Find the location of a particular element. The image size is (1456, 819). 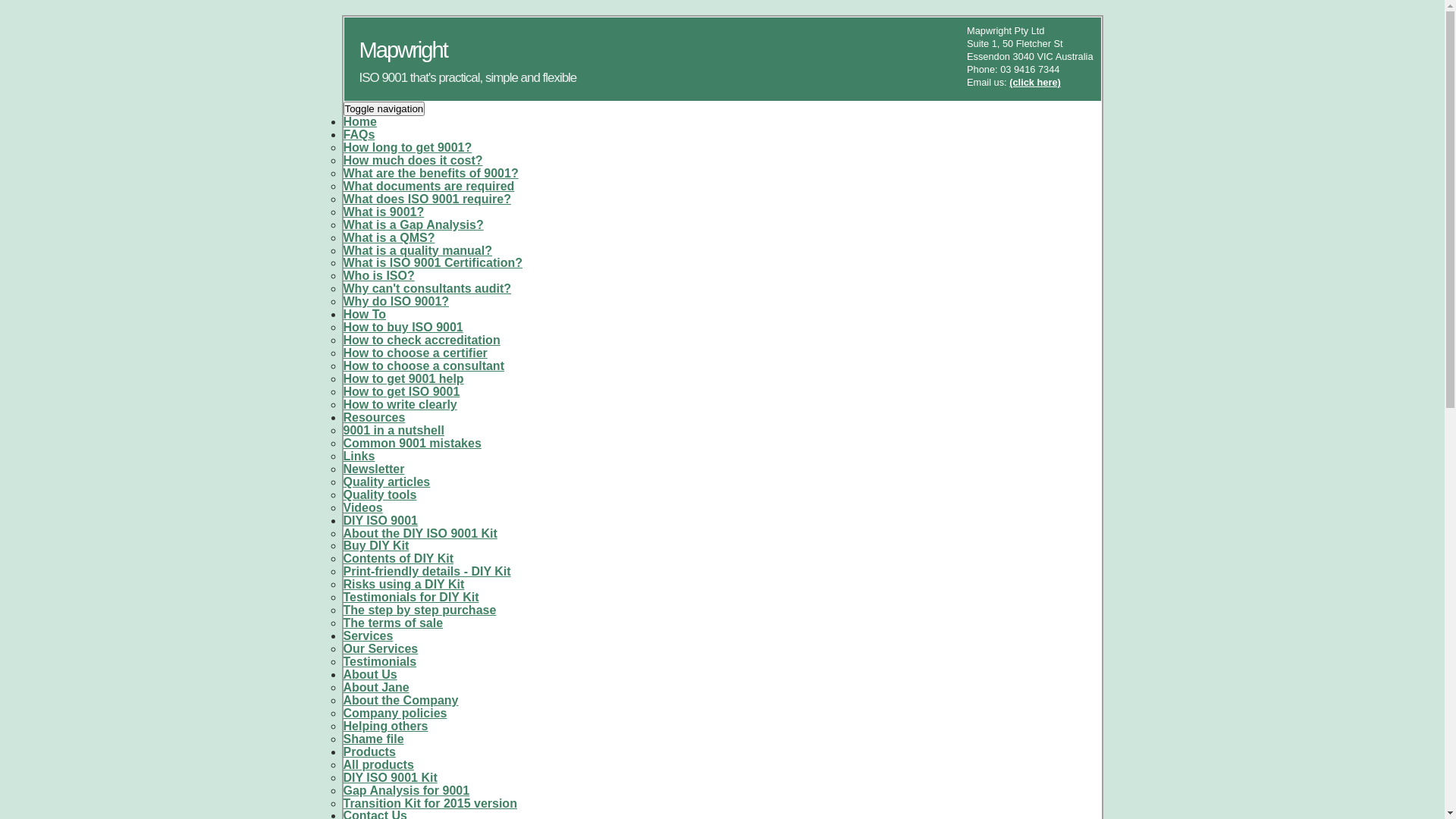

'Shame file' is located at coordinates (372, 738).